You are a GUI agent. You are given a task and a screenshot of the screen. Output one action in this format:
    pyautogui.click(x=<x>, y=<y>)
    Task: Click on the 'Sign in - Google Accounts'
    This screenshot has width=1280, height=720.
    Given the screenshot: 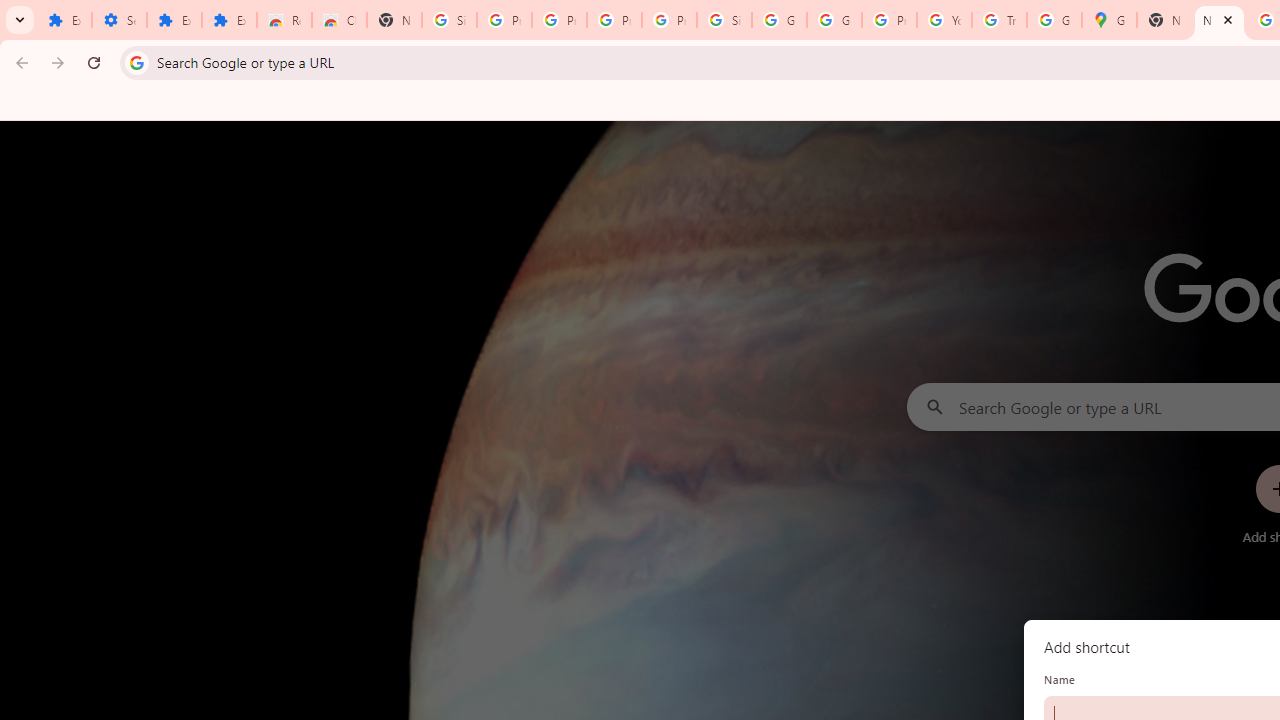 What is the action you would take?
    pyautogui.click(x=448, y=20)
    